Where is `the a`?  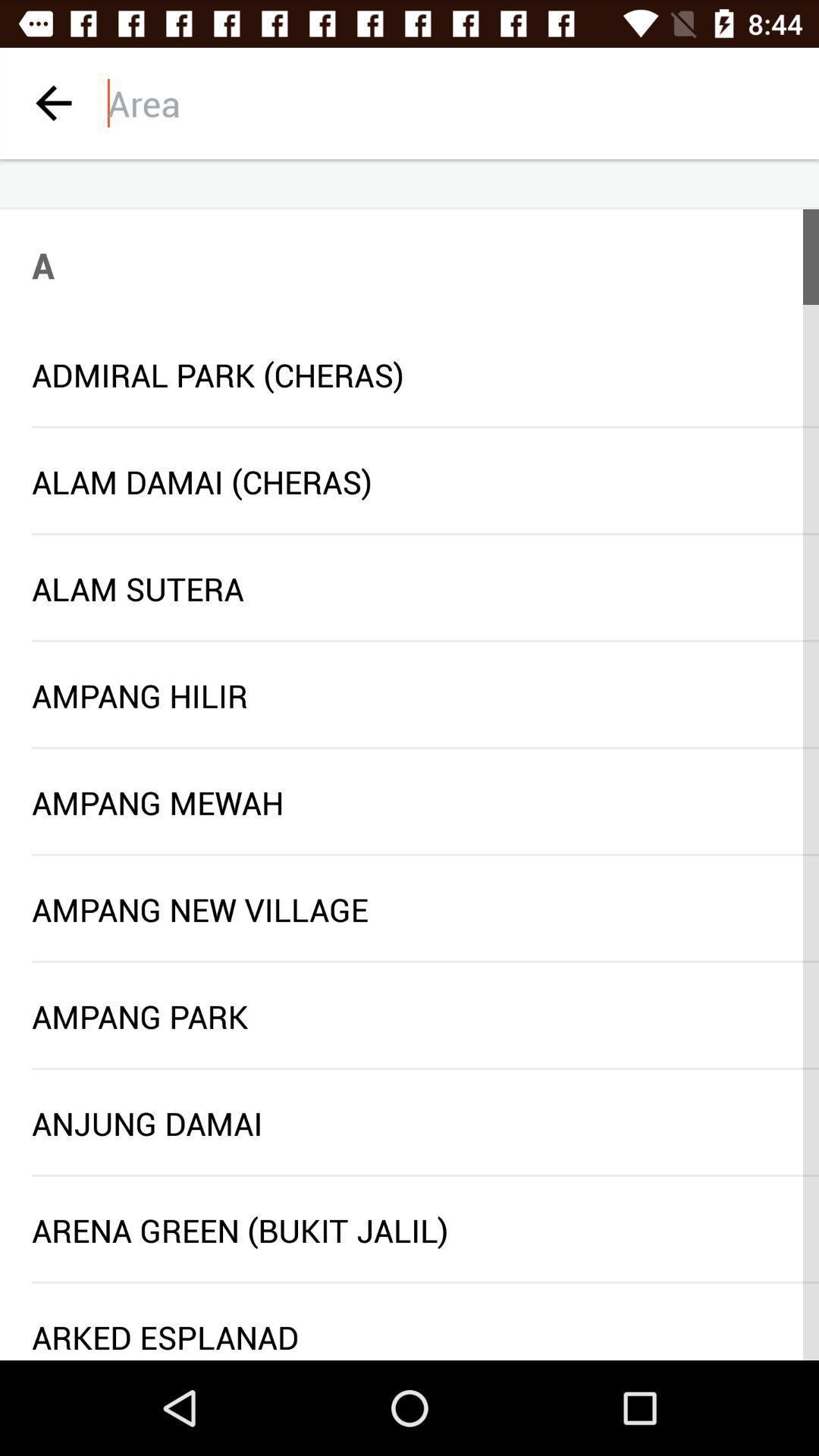 the a is located at coordinates (42, 265).